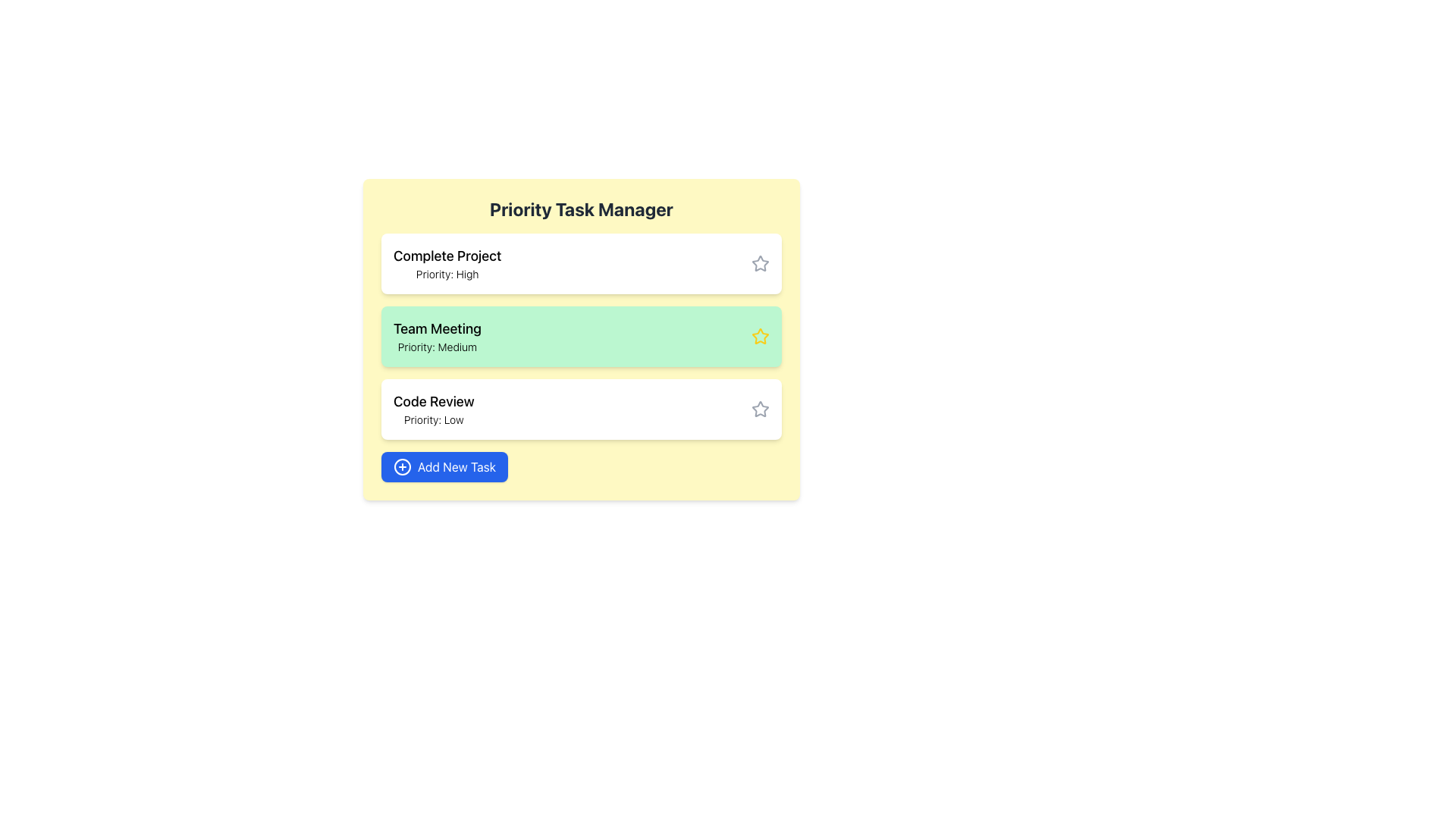 Image resolution: width=1456 pixels, height=819 pixels. What do you see at coordinates (436, 347) in the screenshot?
I see `the static text label displaying 'Priority: Medium' which is centrally aligned within a green background and located below 'Team Meeting'` at bounding box center [436, 347].